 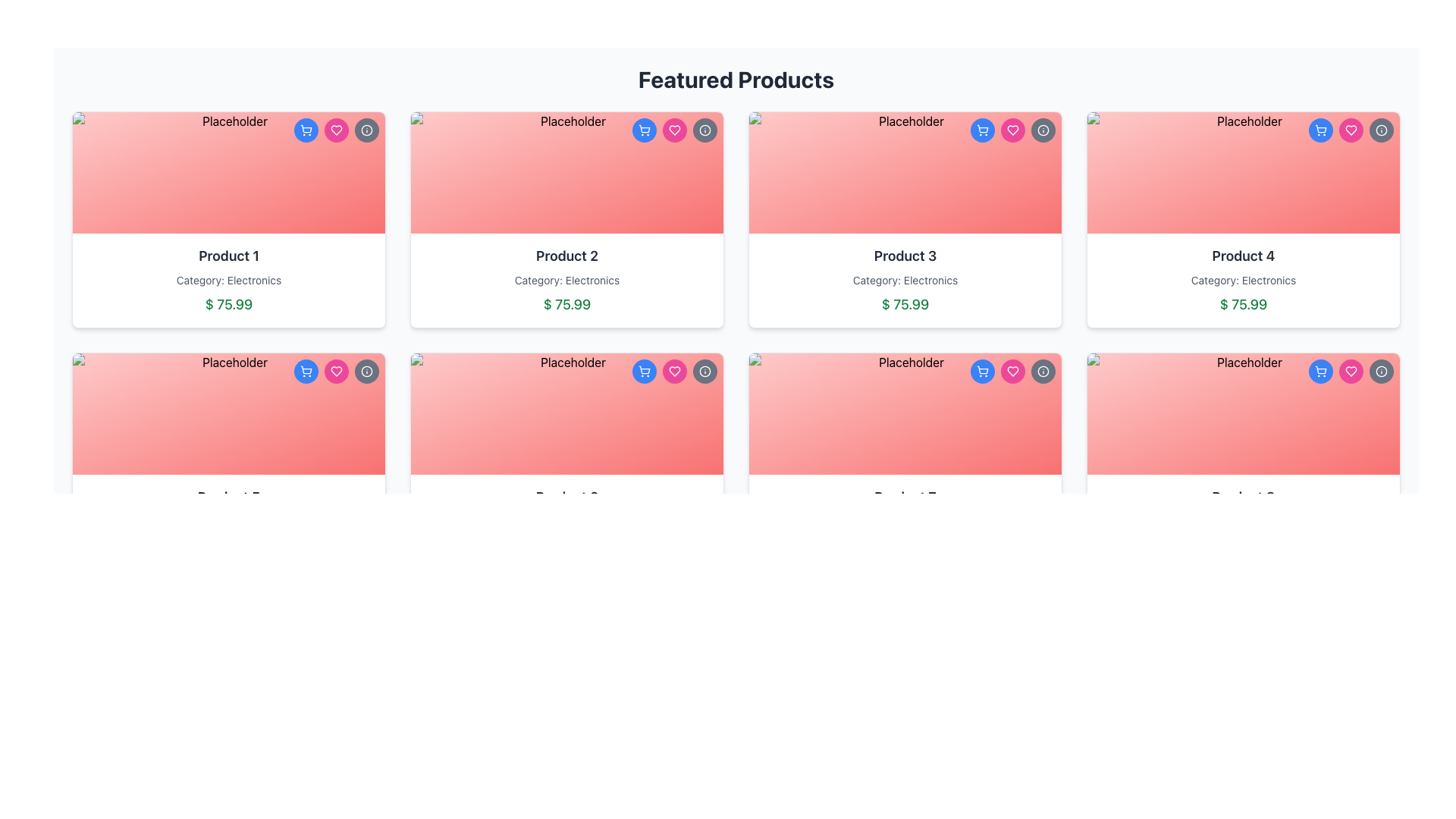 What do you see at coordinates (673, 371) in the screenshot?
I see `the heart icon button located in the top-right corner of the 'Product 2' card` at bounding box center [673, 371].